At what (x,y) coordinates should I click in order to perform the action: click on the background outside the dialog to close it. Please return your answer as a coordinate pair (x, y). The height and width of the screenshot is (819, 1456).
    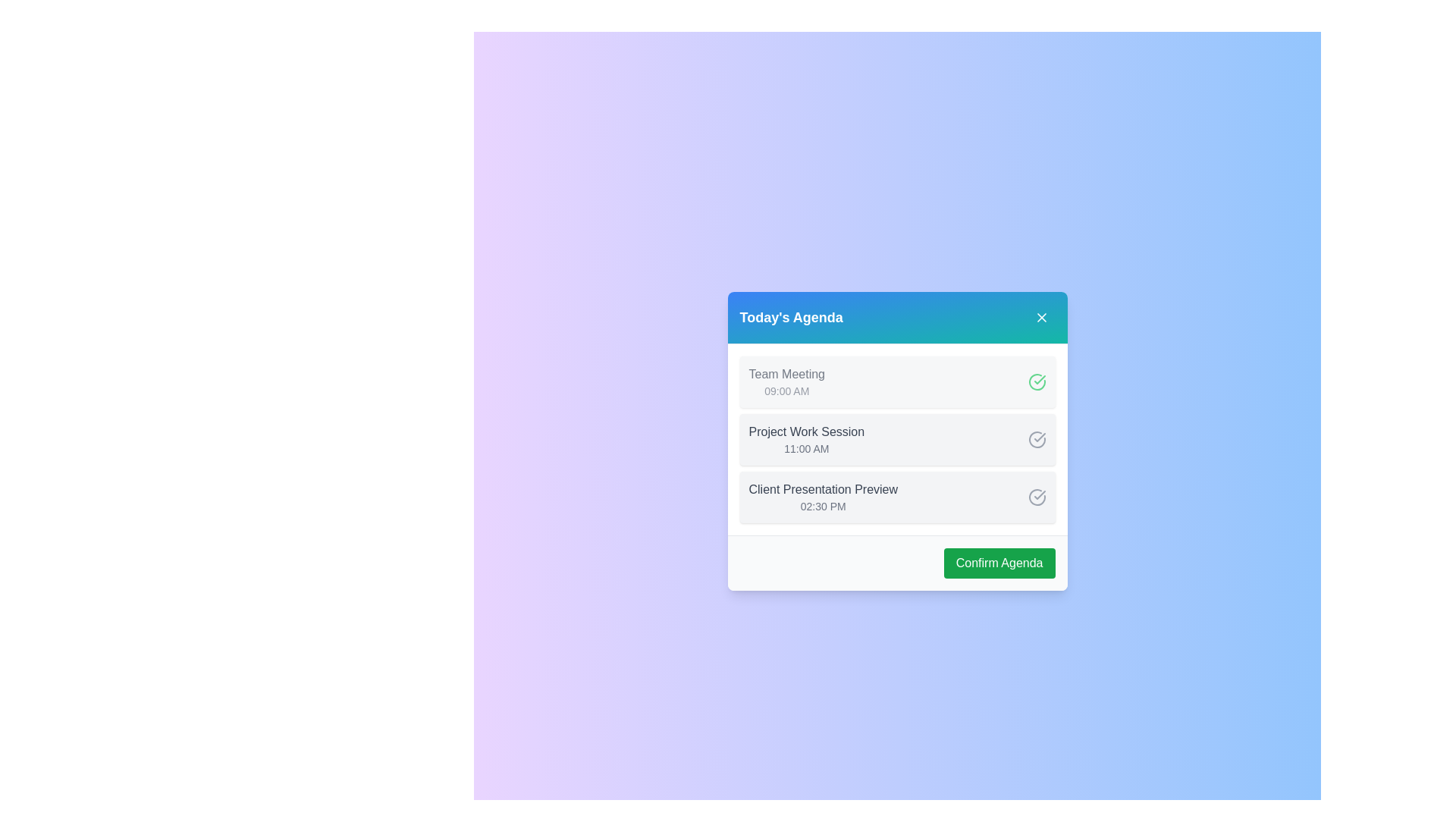
    Looking at the image, I should click on (378, 378).